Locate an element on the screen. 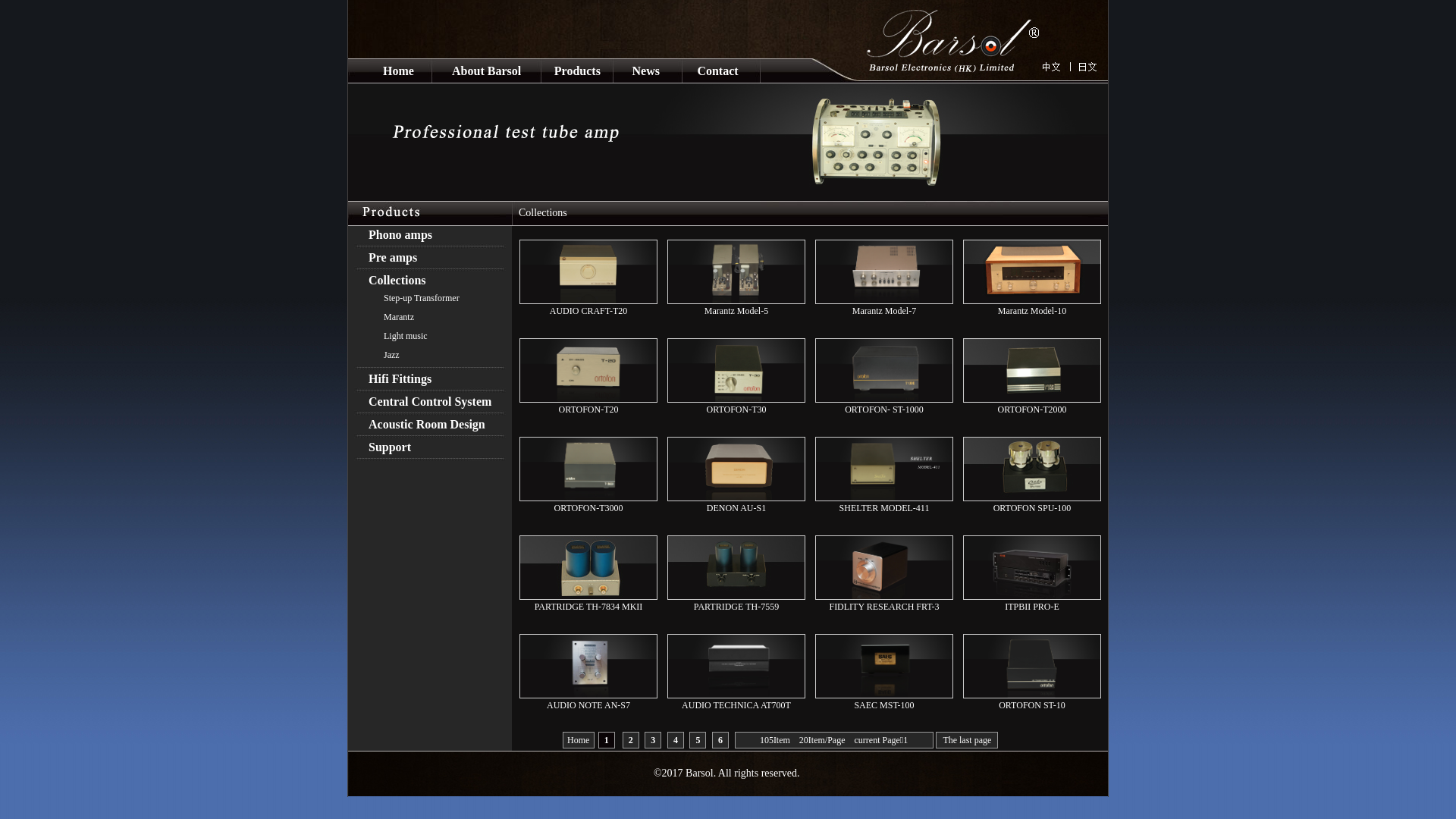 The height and width of the screenshot is (819, 1456). 'News' is located at coordinates (645, 70).